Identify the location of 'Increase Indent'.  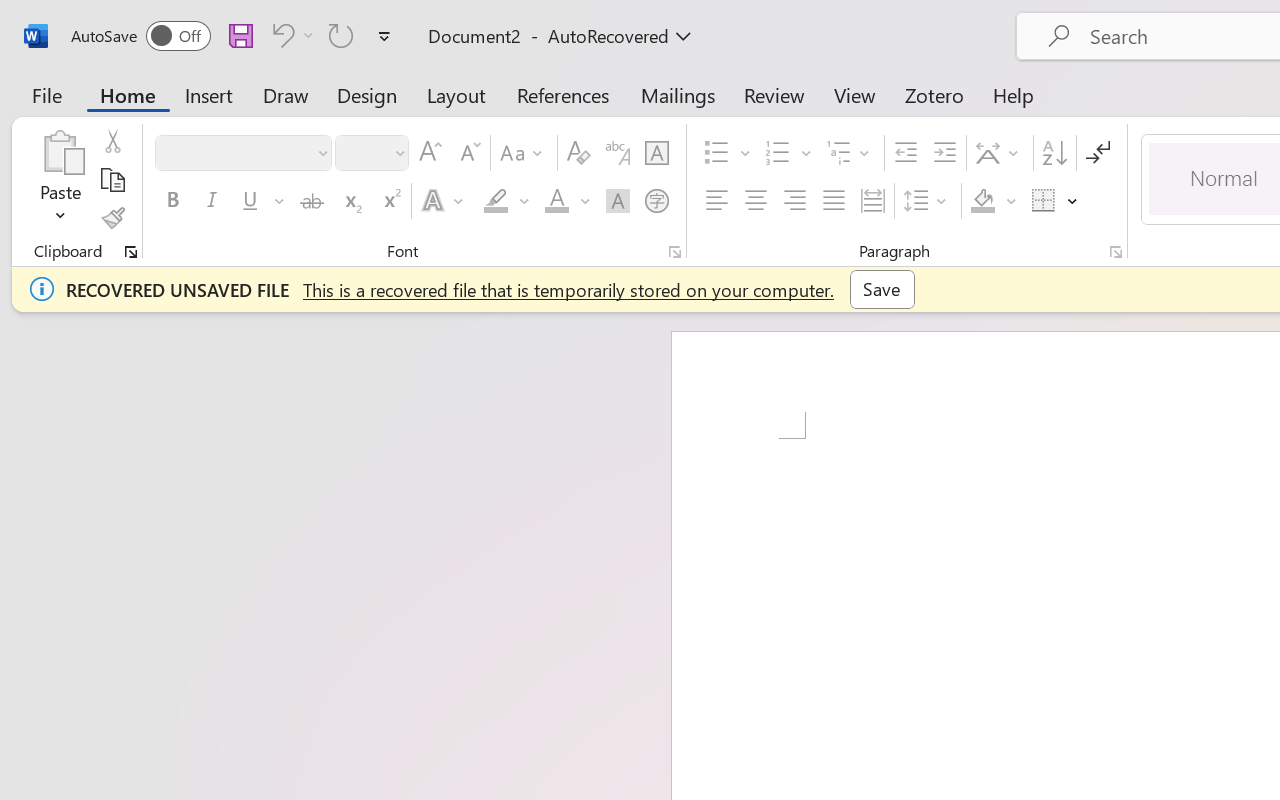
(943, 153).